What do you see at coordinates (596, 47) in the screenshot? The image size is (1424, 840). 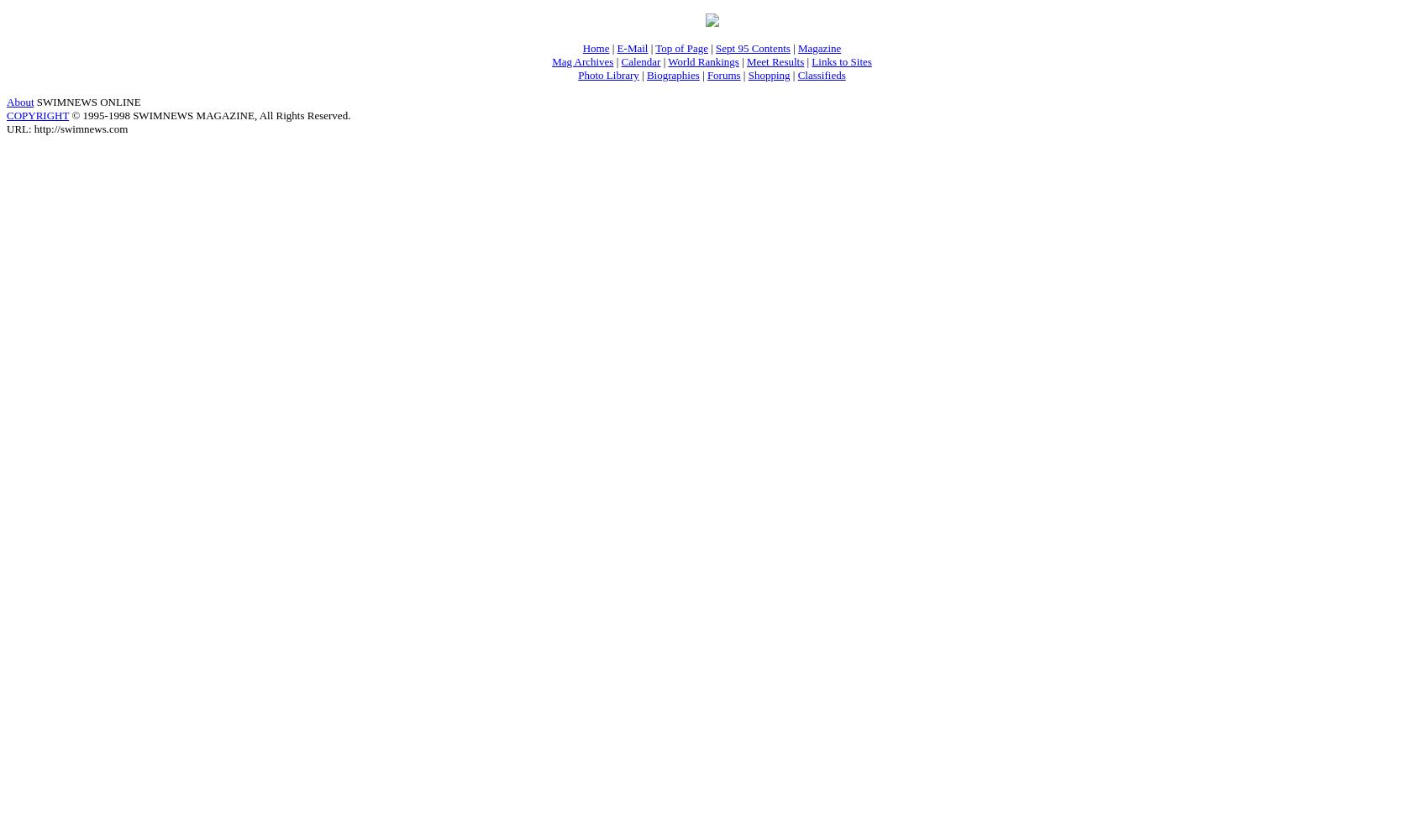 I see `'Home'` at bounding box center [596, 47].